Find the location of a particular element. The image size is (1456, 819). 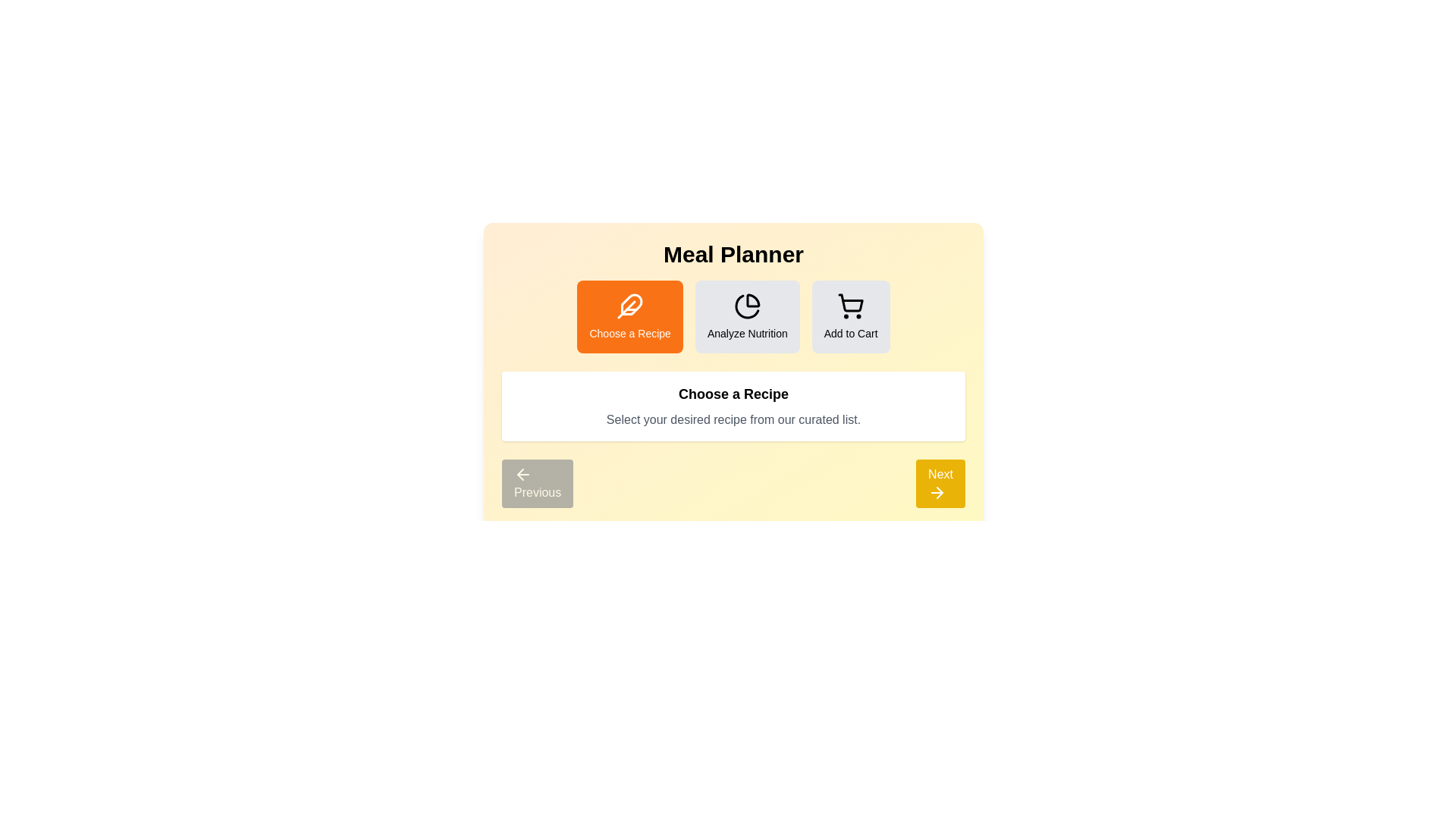

the step indicator corresponding to Choose a Recipe is located at coordinates (629, 315).